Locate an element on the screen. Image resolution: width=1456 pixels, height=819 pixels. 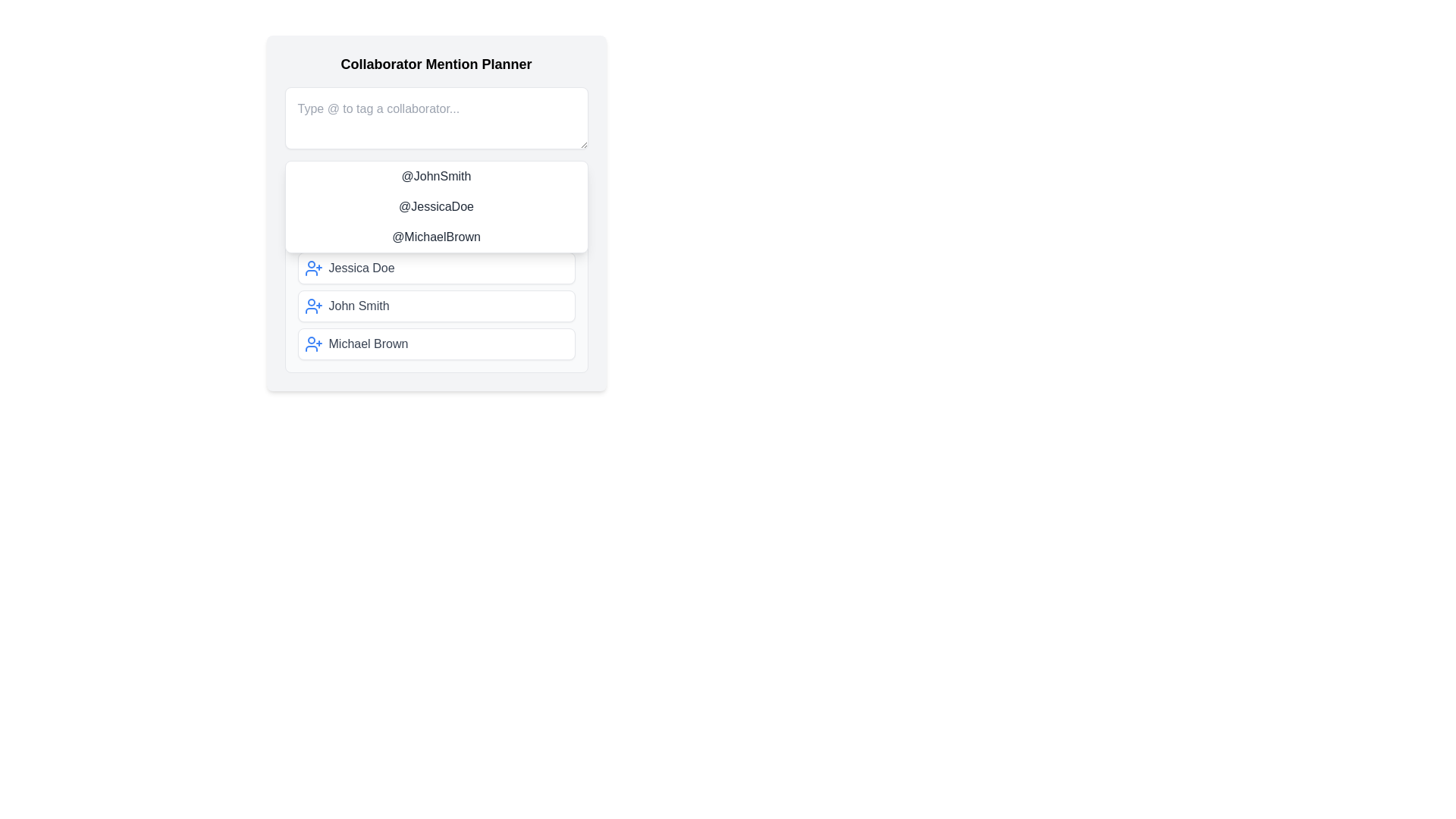
the text item containing the mention '@JohnSmith' is located at coordinates (435, 175).